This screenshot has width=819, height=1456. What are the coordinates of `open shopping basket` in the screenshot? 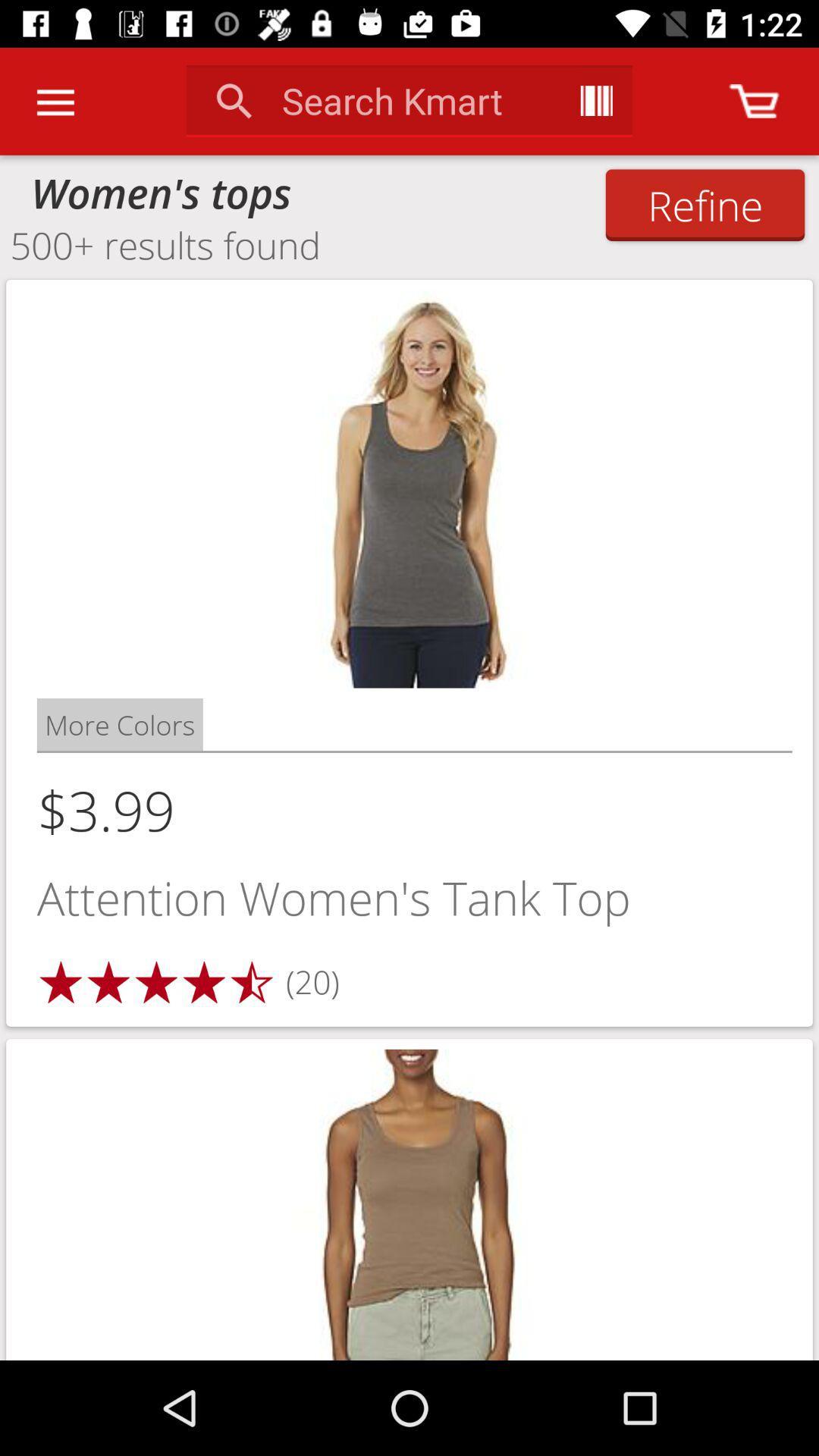 It's located at (754, 100).